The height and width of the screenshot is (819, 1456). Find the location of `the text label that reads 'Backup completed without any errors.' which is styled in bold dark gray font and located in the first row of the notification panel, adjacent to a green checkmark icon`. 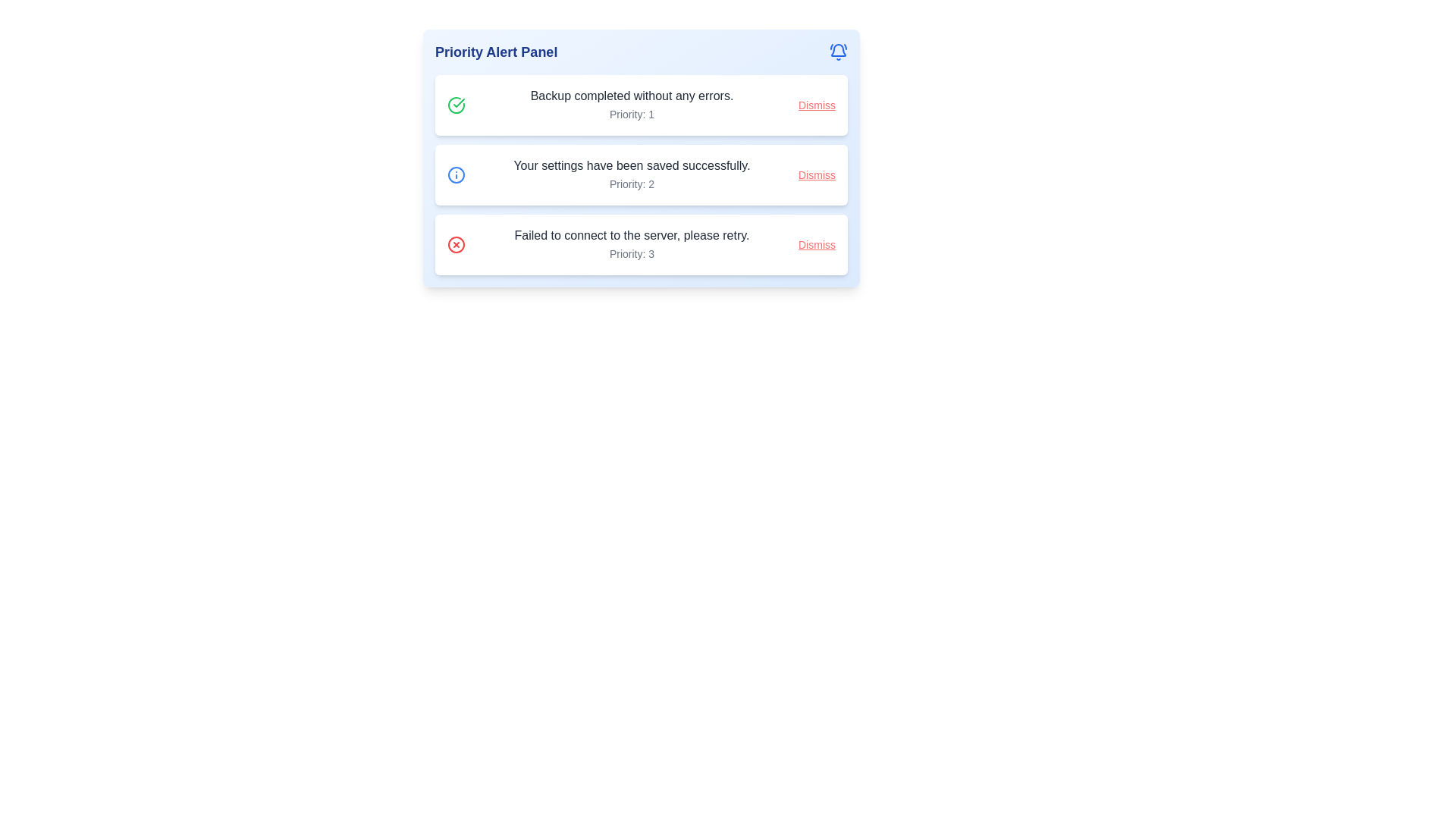

the text label that reads 'Backup completed without any errors.' which is styled in bold dark gray font and located in the first row of the notification panel, adjacent to a green checkmark icon is located at coordinates (632, 96).